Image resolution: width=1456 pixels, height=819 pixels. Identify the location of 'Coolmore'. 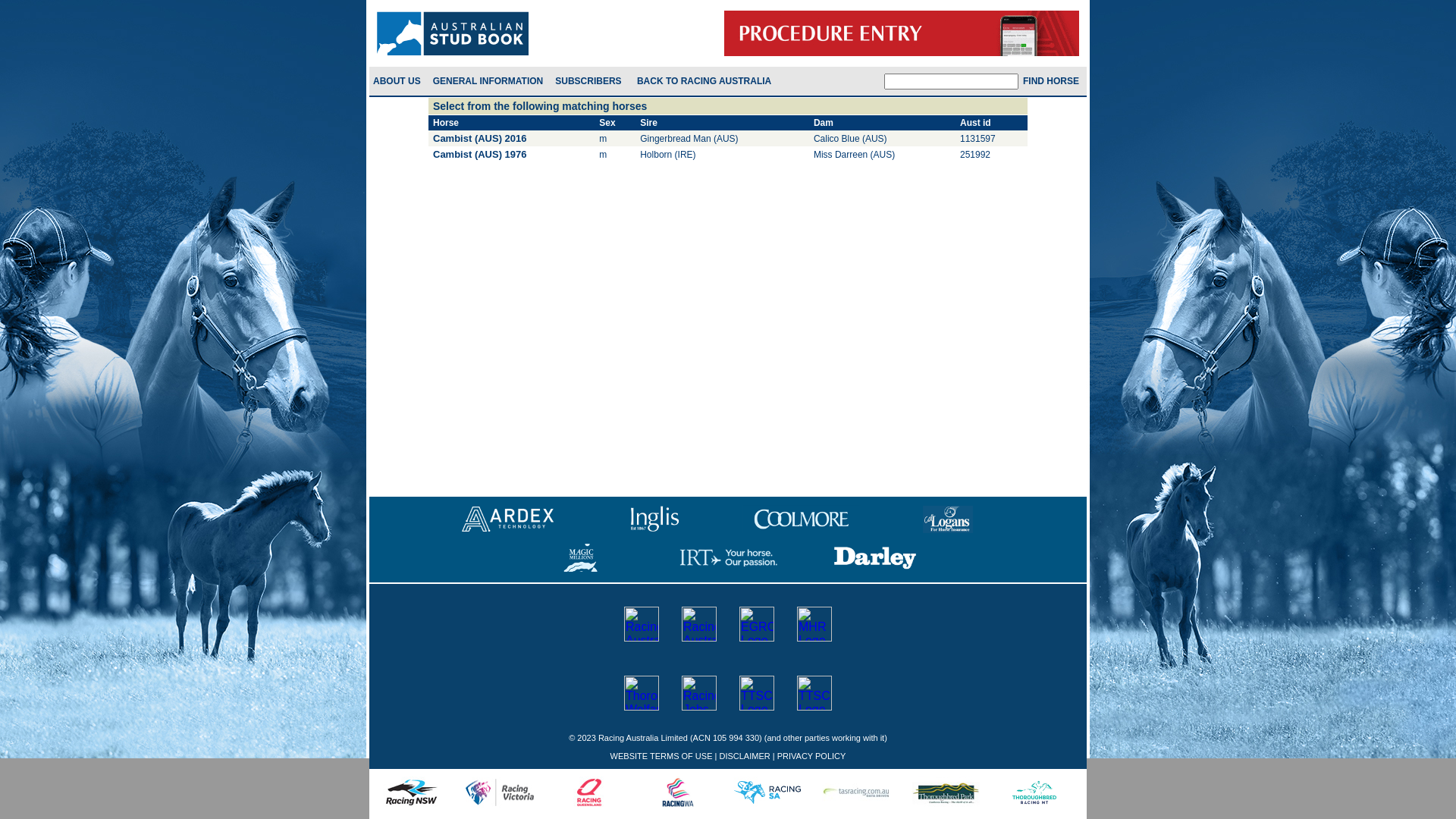
(729, 518).